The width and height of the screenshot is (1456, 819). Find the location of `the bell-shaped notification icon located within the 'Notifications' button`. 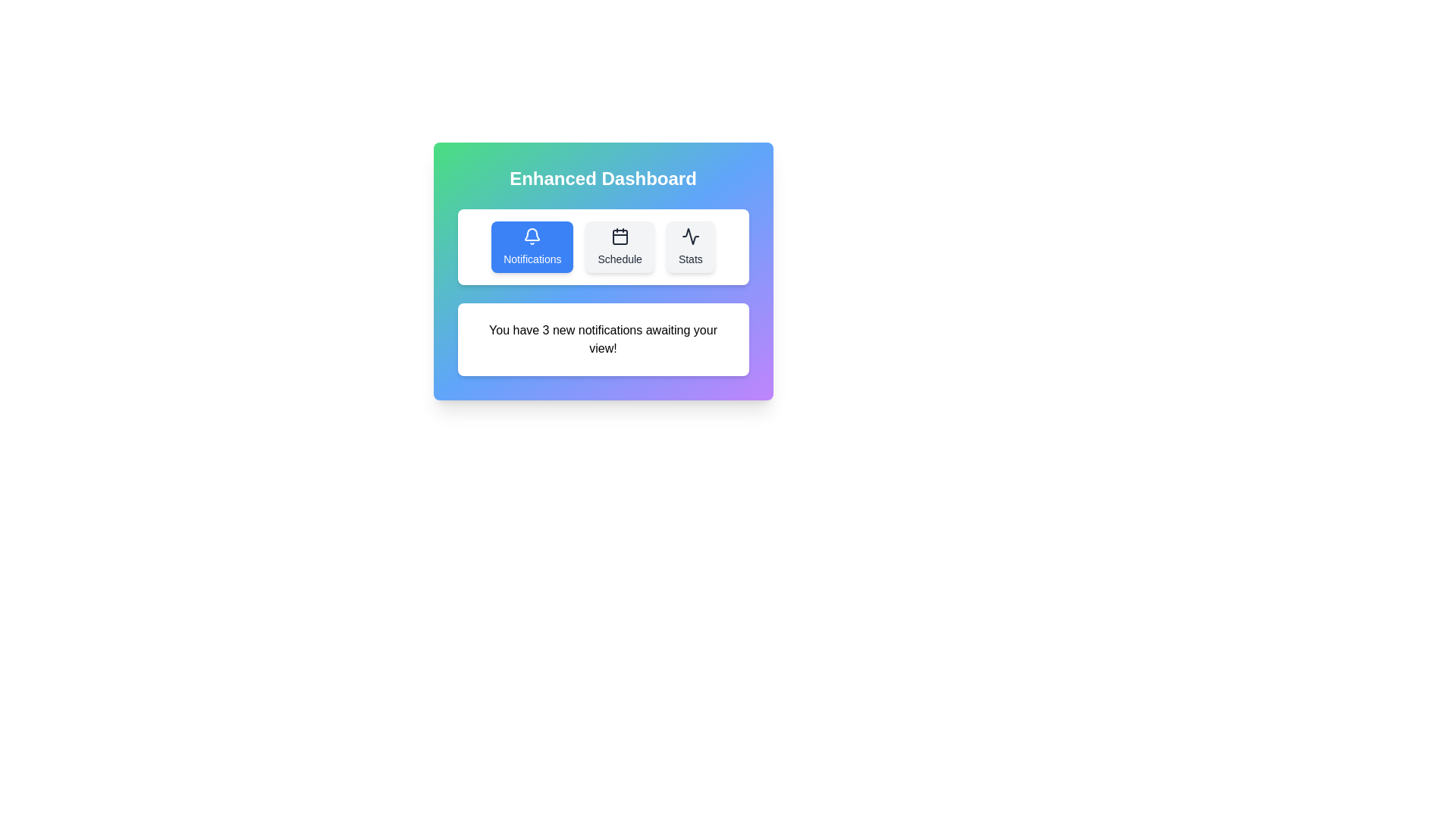

the bell-shaped notification icon located within the 'Notifications' button is located at coordinates (532, 234).